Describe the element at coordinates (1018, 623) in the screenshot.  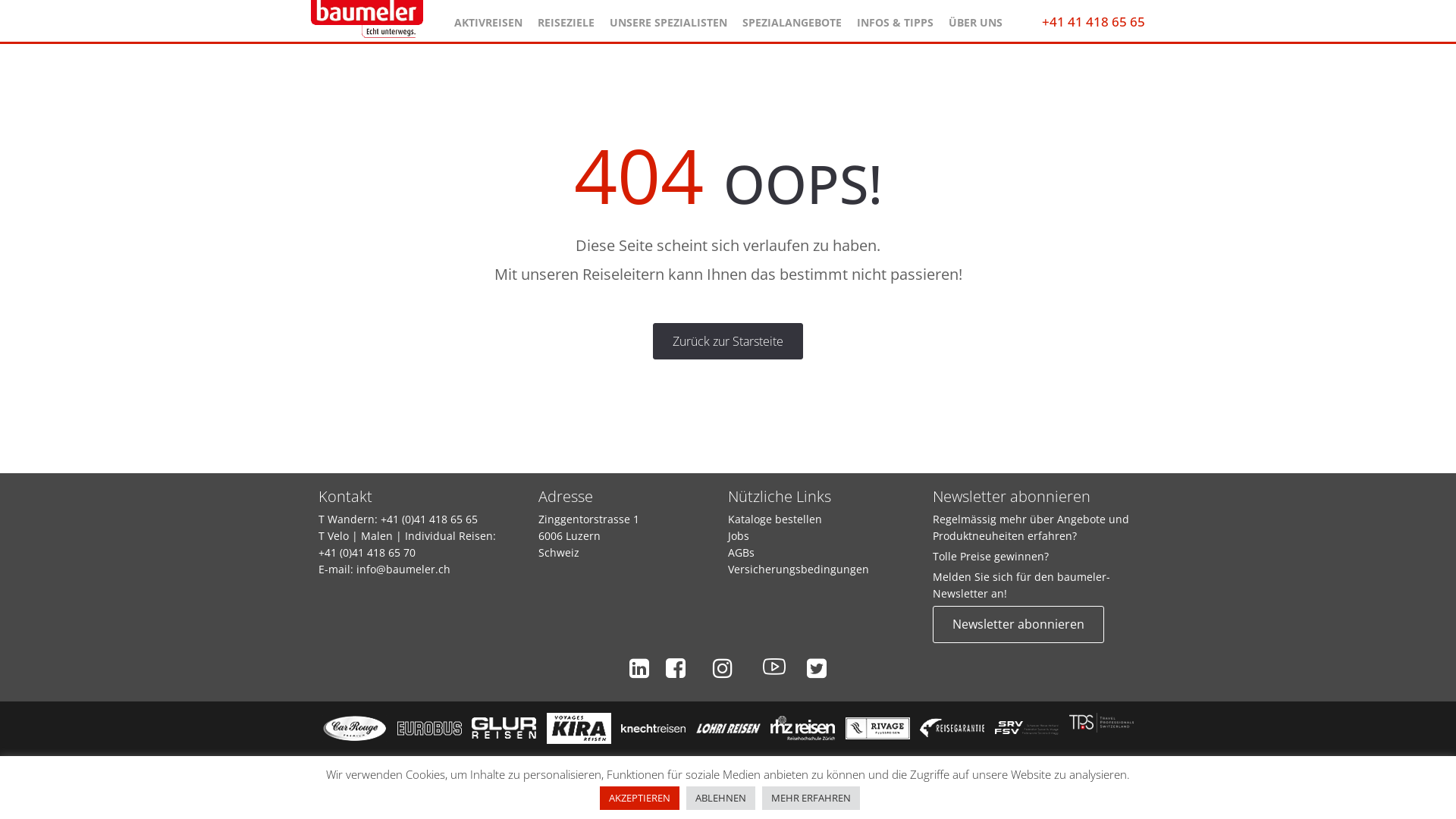
I see `'Newsletter abonnieren'` at that location.